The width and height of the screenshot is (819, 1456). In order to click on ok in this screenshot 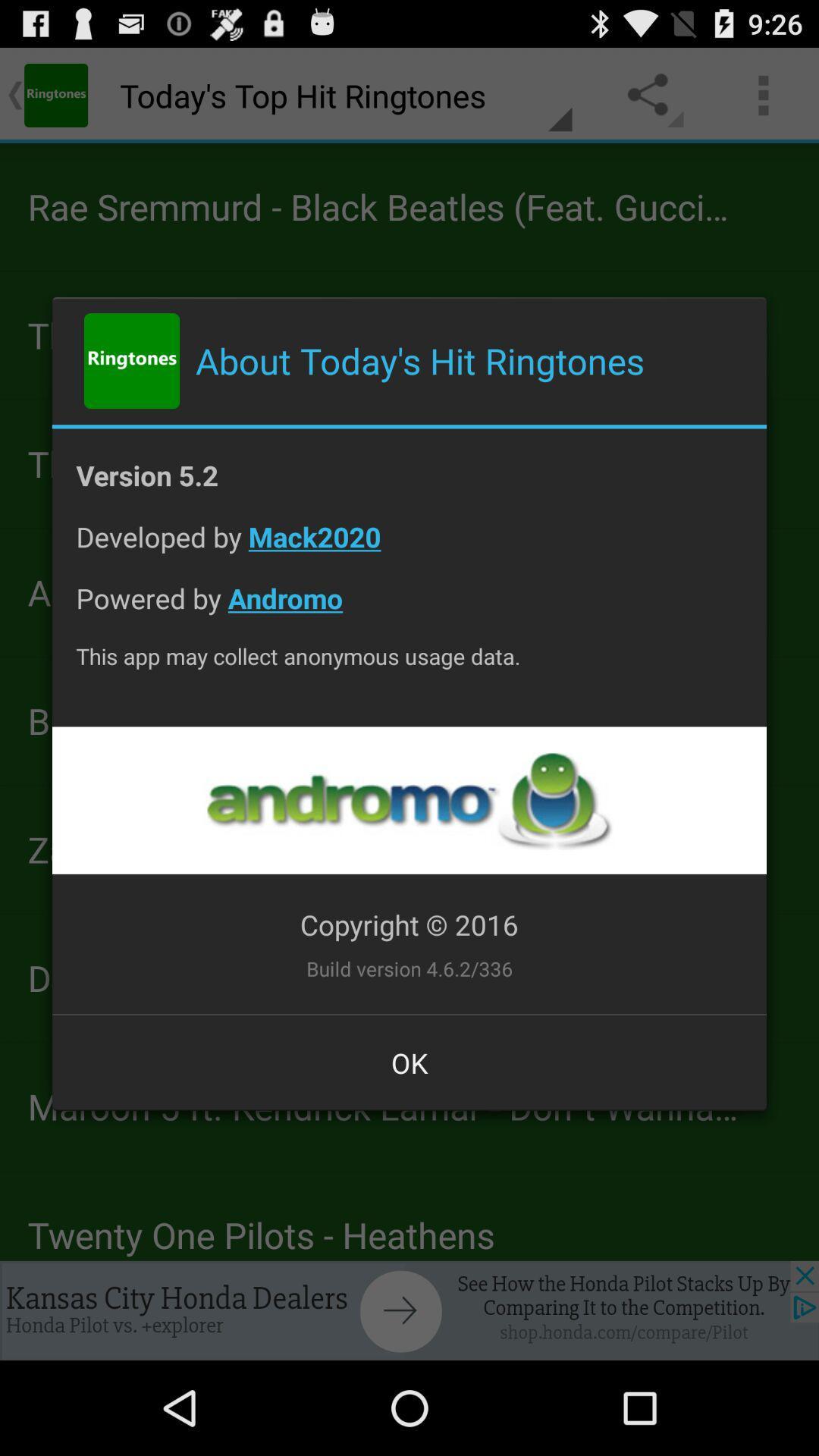, I will do `click(409, 1062)`.